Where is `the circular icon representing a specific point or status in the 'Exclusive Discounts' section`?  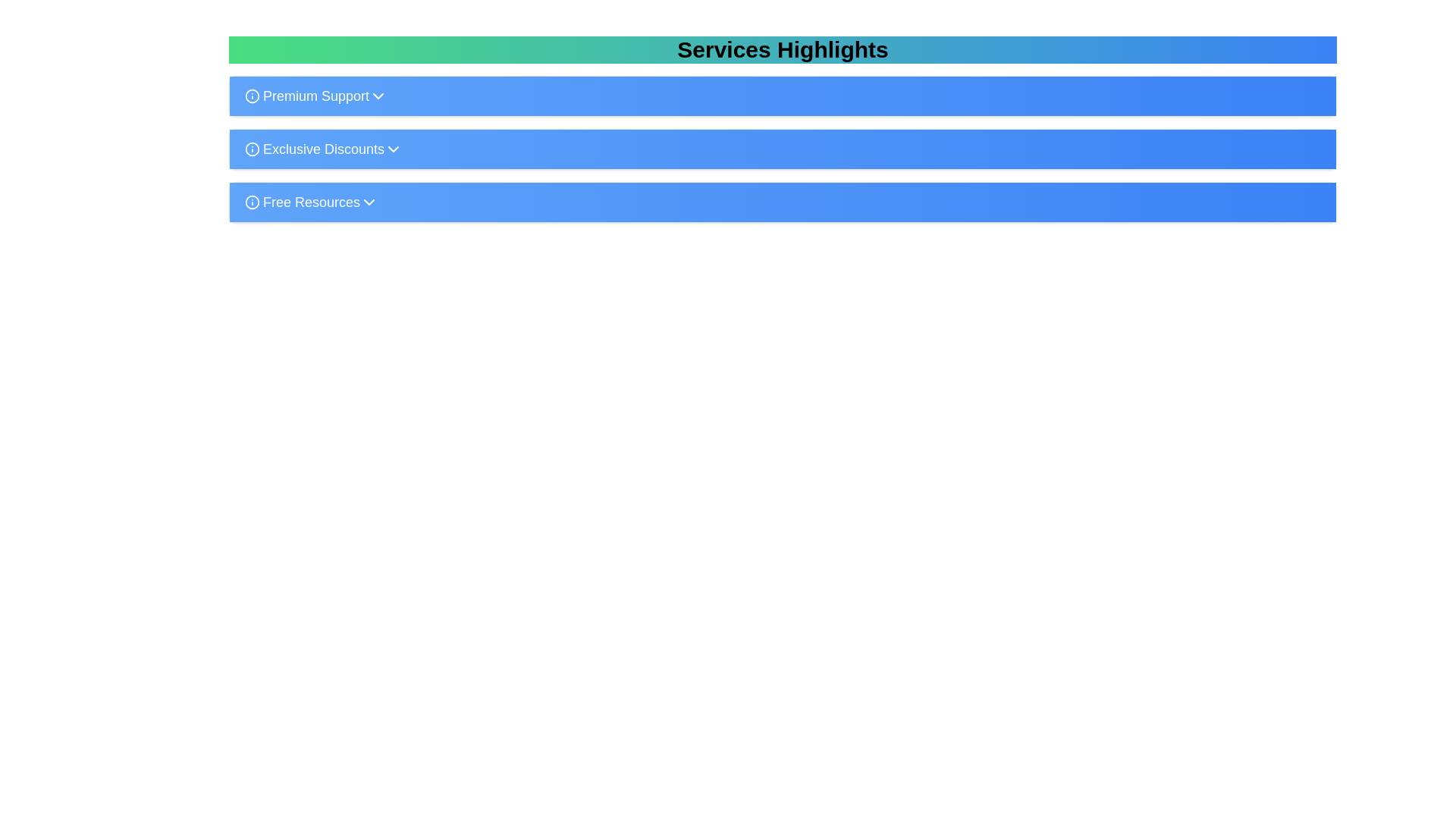
the circular icon representing a specific point or status in the 'Exclusive Discounts' section is located at coordinates (252, 149).